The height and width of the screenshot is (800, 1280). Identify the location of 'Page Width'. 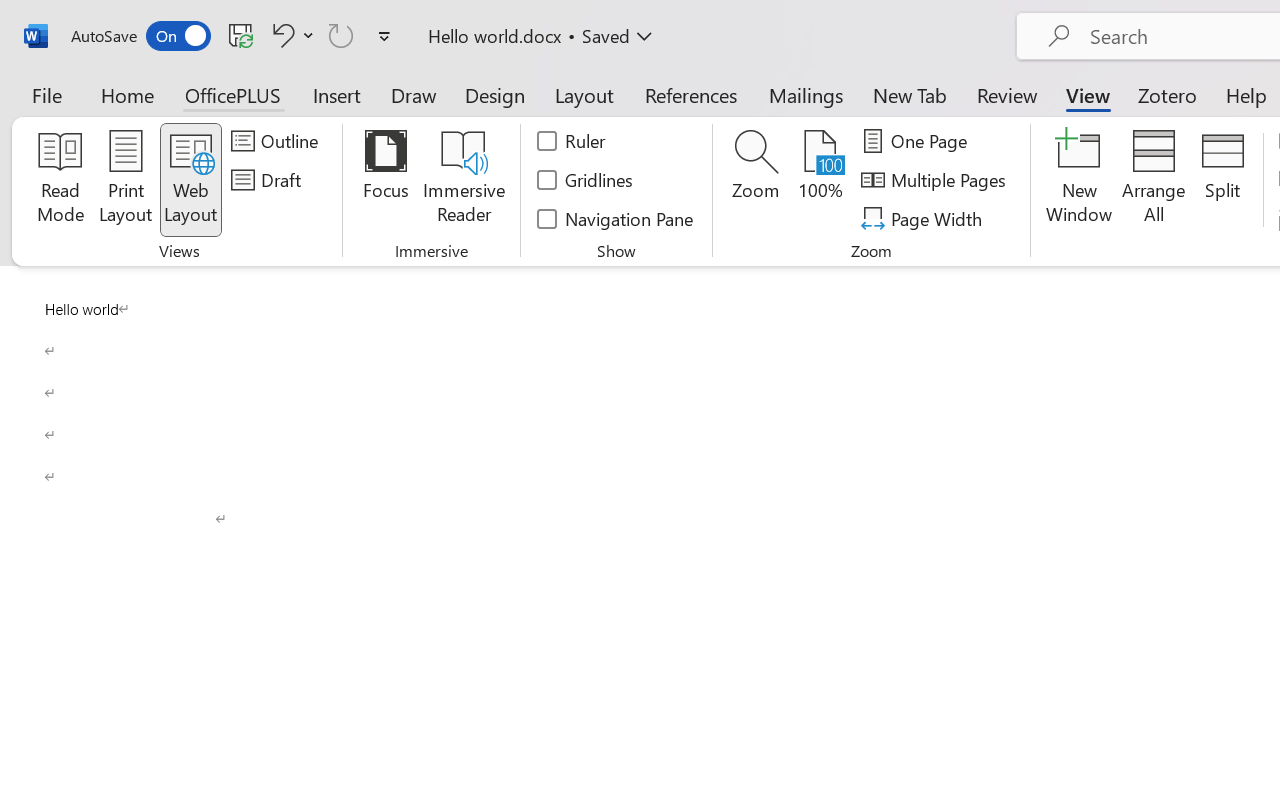
(923, 218).